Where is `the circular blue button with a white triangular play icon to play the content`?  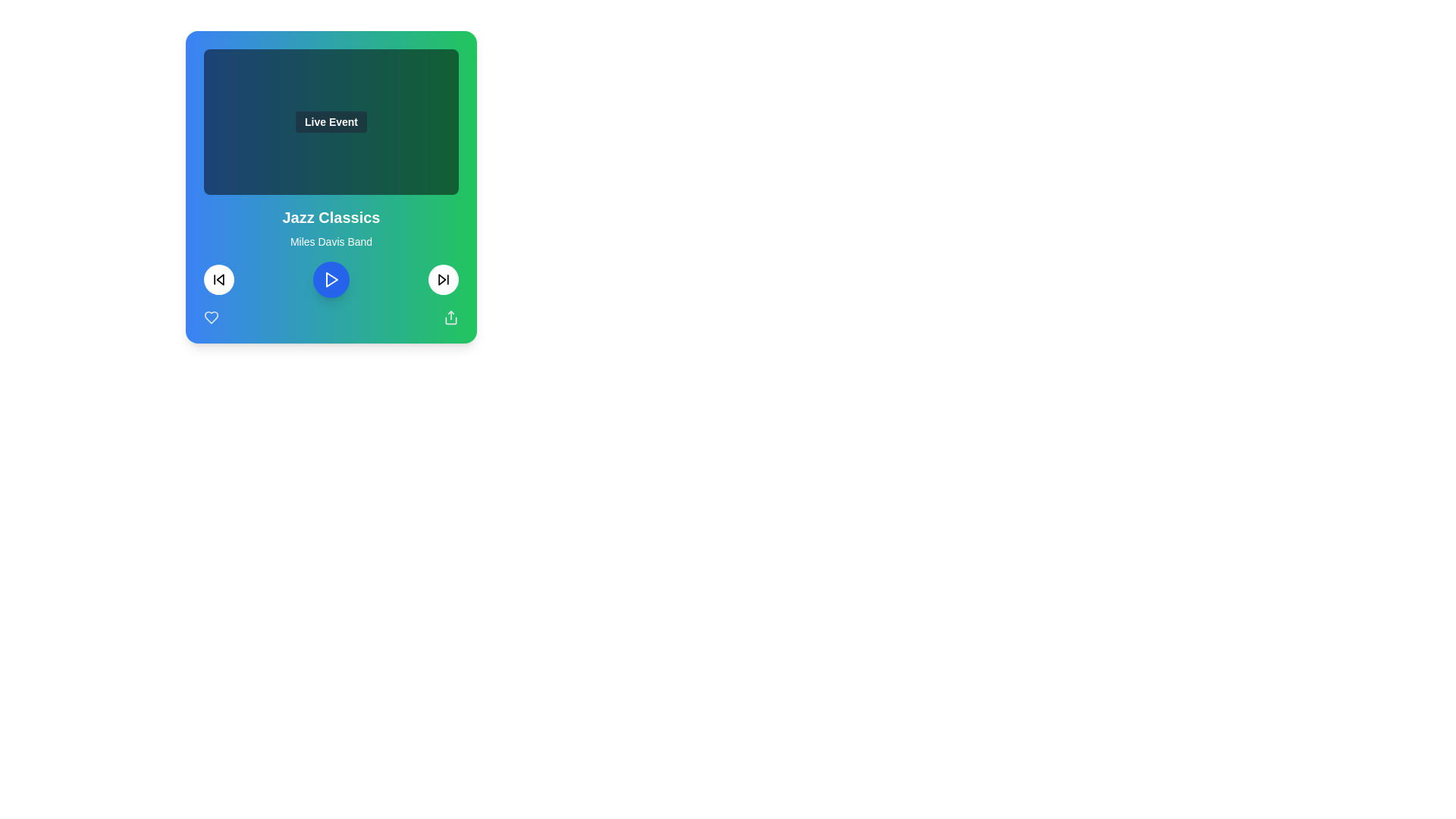 the circular blue button with a white triangular play icon to play the content is located at coordinates (330, 280).